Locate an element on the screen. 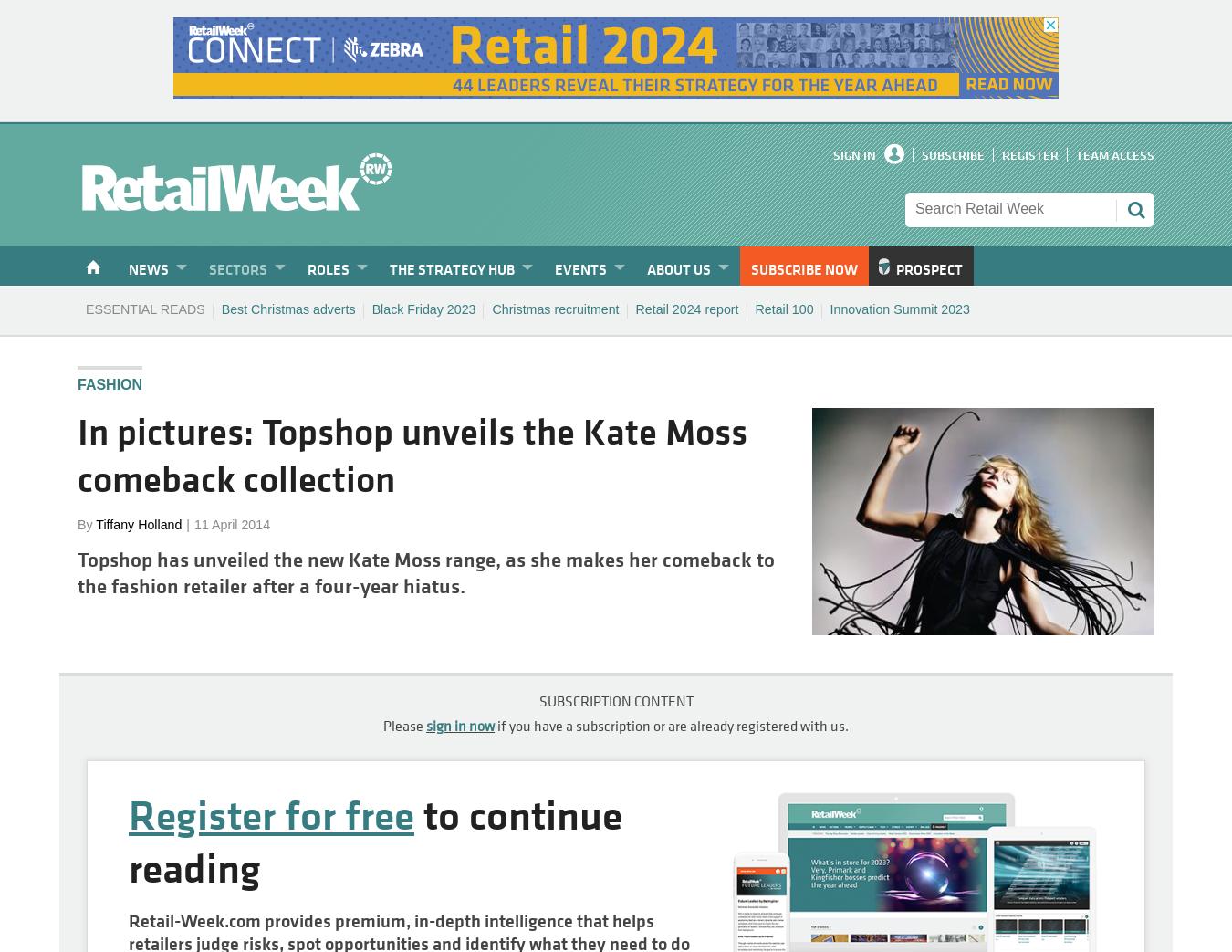 This screenshot has height=952, width=1232. 'sign in now' is located at coordinates (459, 724).